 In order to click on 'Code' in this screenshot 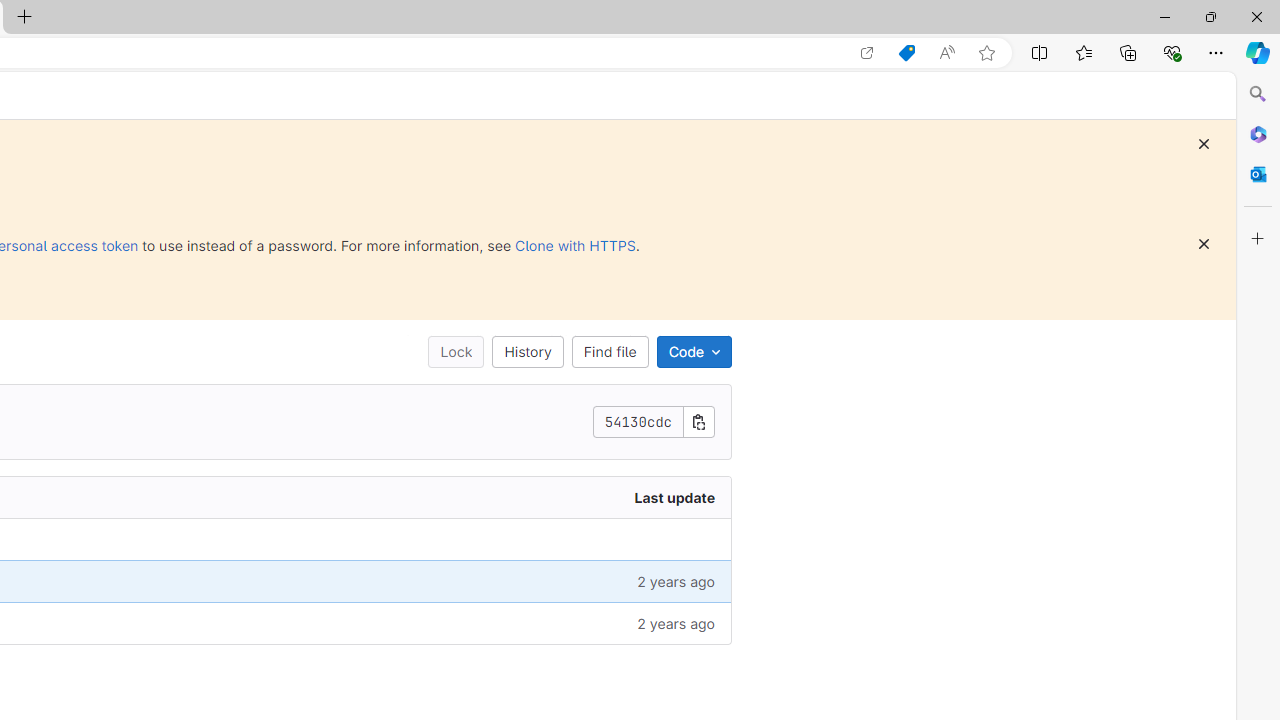, I will do `click(693, 351)`.